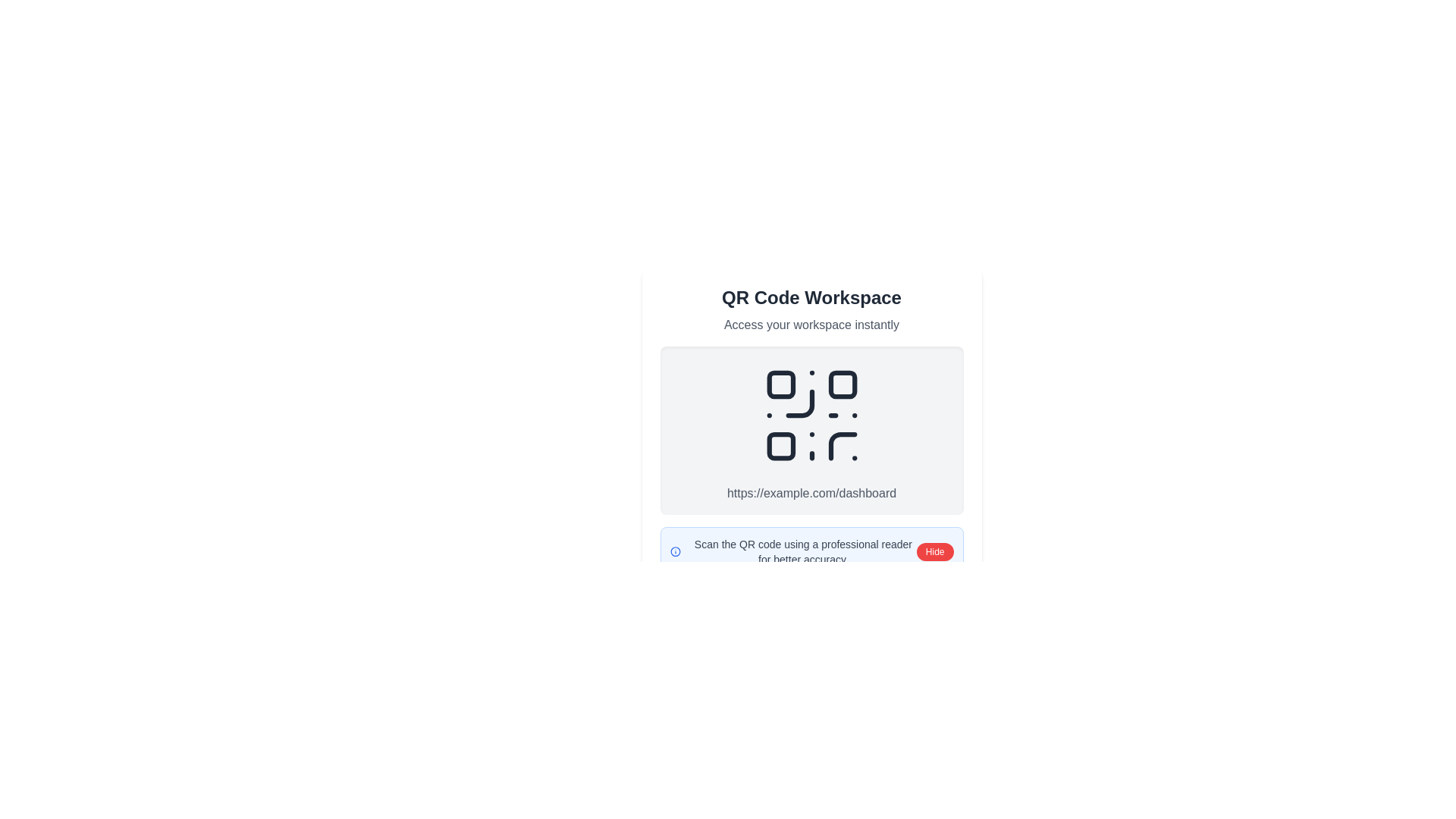  What do you see at coordinates (811, 309) in the screenshot?
I see `the text block that introduces and provides context to the QR code section, located above the QR code graphic and URL` at bounding box center [811, 309].